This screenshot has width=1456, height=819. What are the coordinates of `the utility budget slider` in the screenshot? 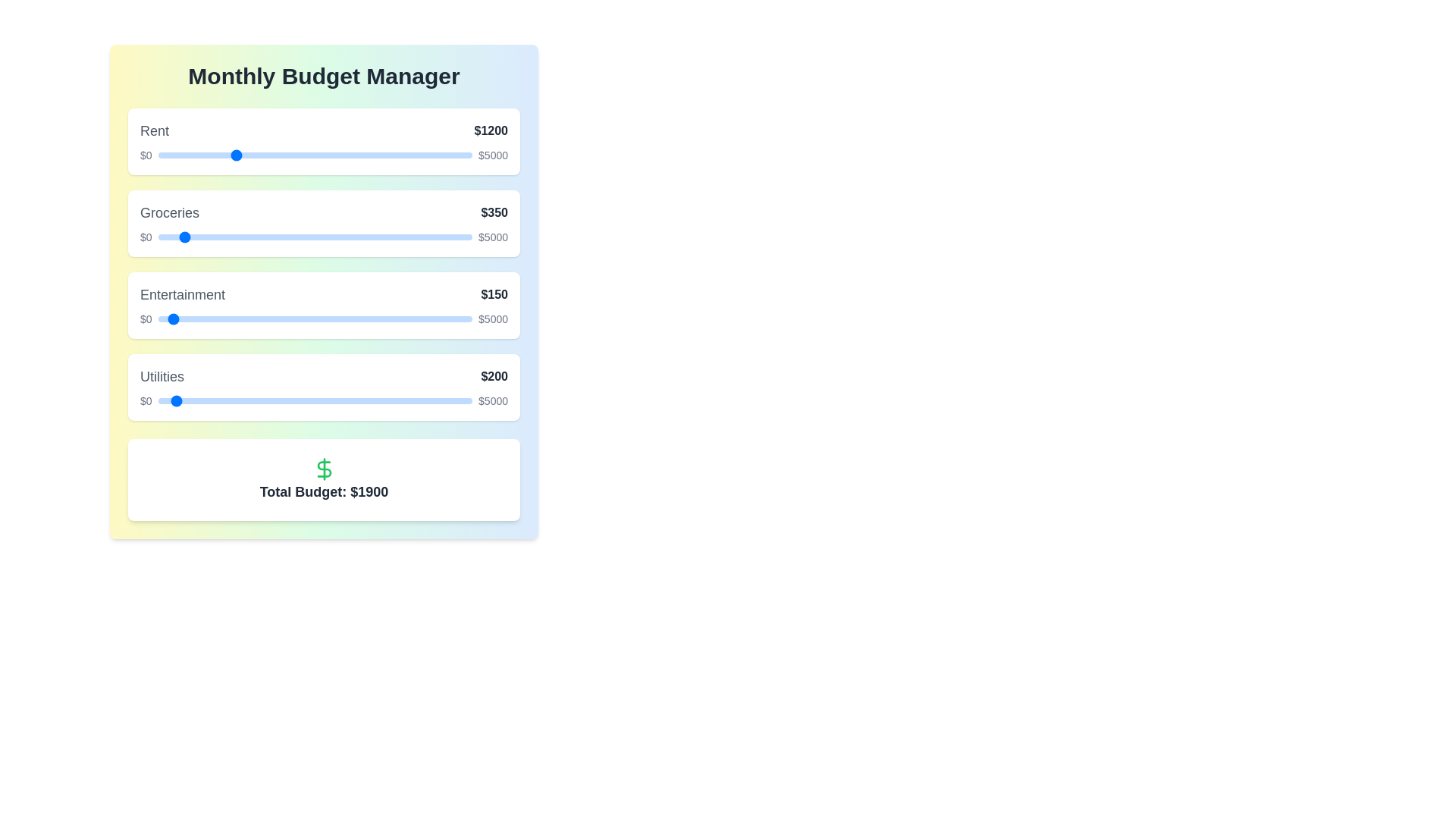 It's located at (283, 400).